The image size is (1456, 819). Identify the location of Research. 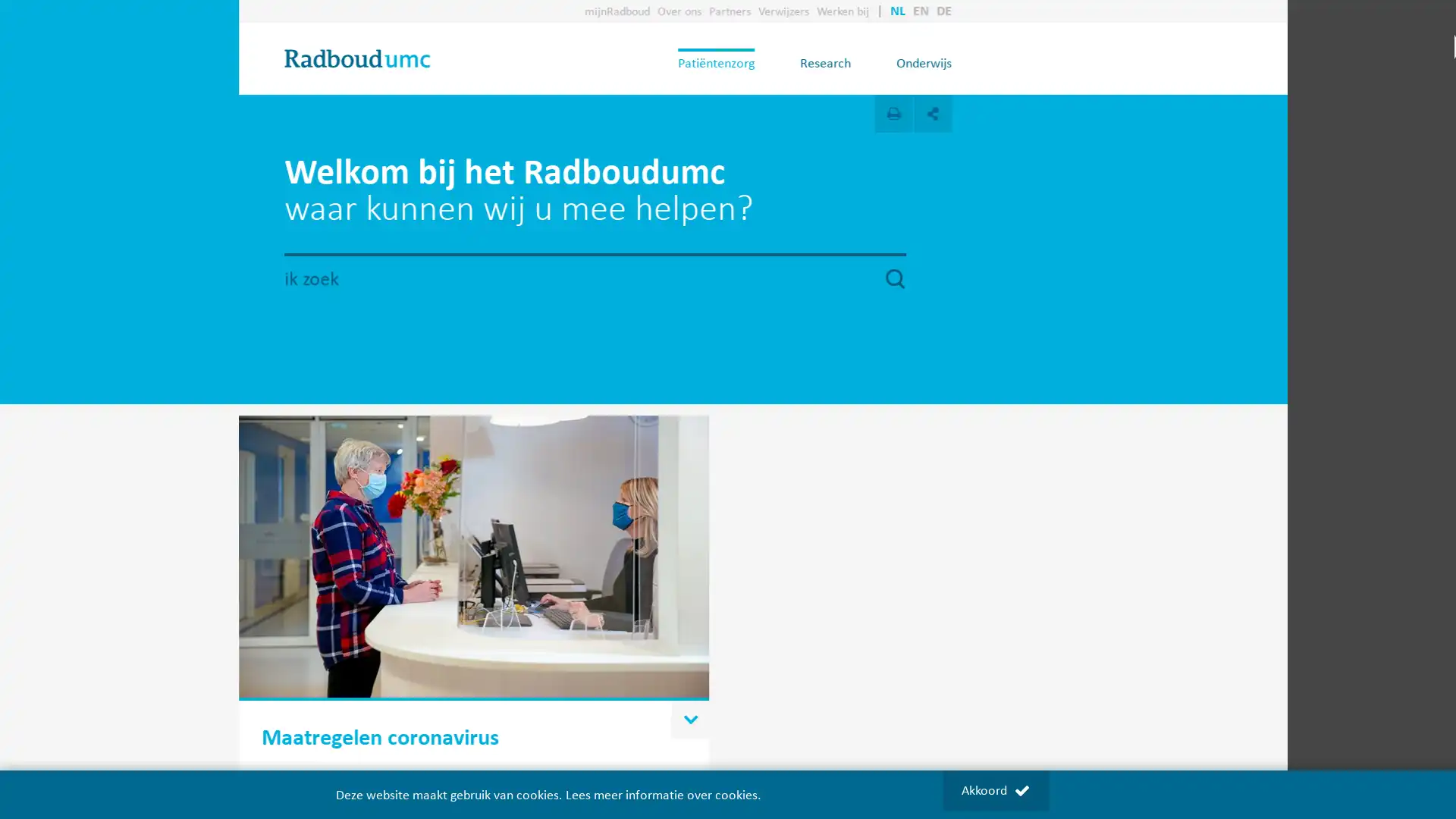
(921, 62).